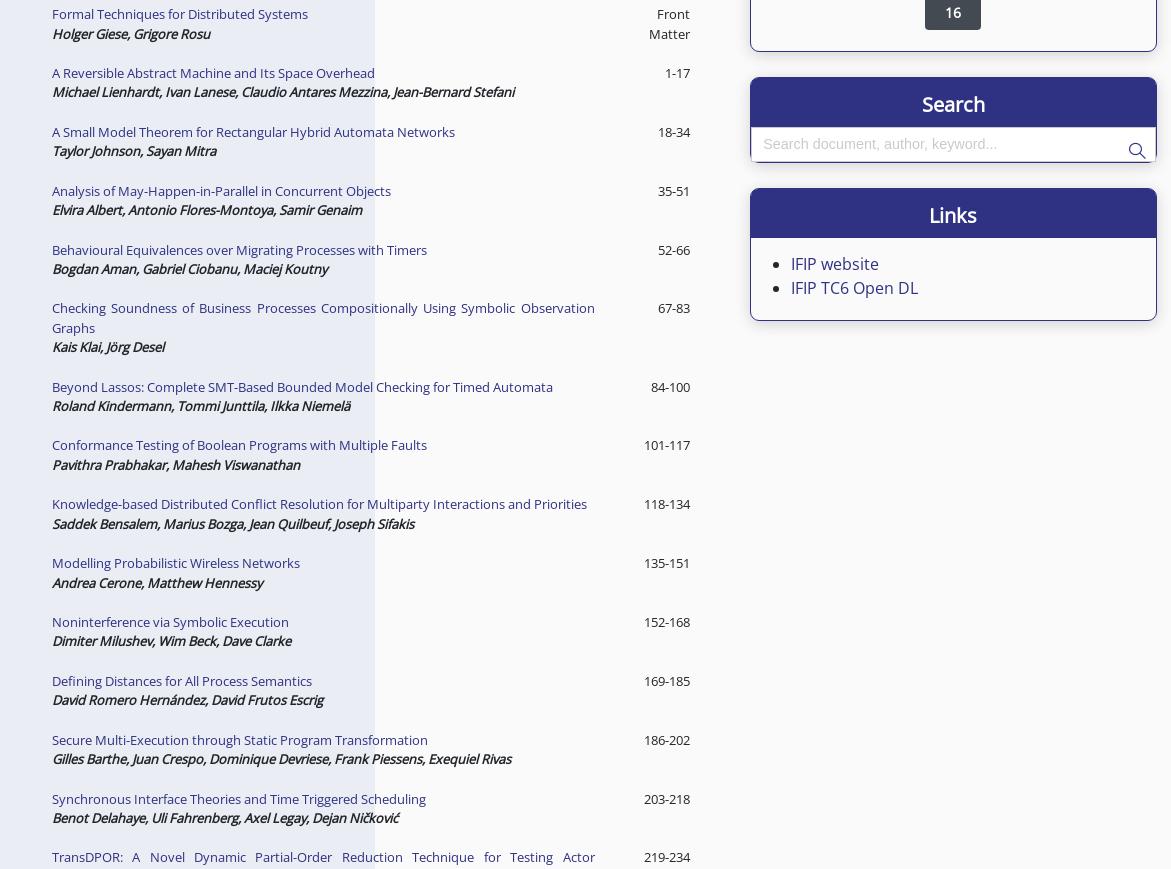 The width and height of the screenshot is (1171, 869). What do you see at coordinates (168, 620) in the screenshot?
I see `'Noninterference via Symbolic Execution'` at bounding box center [168, 620].